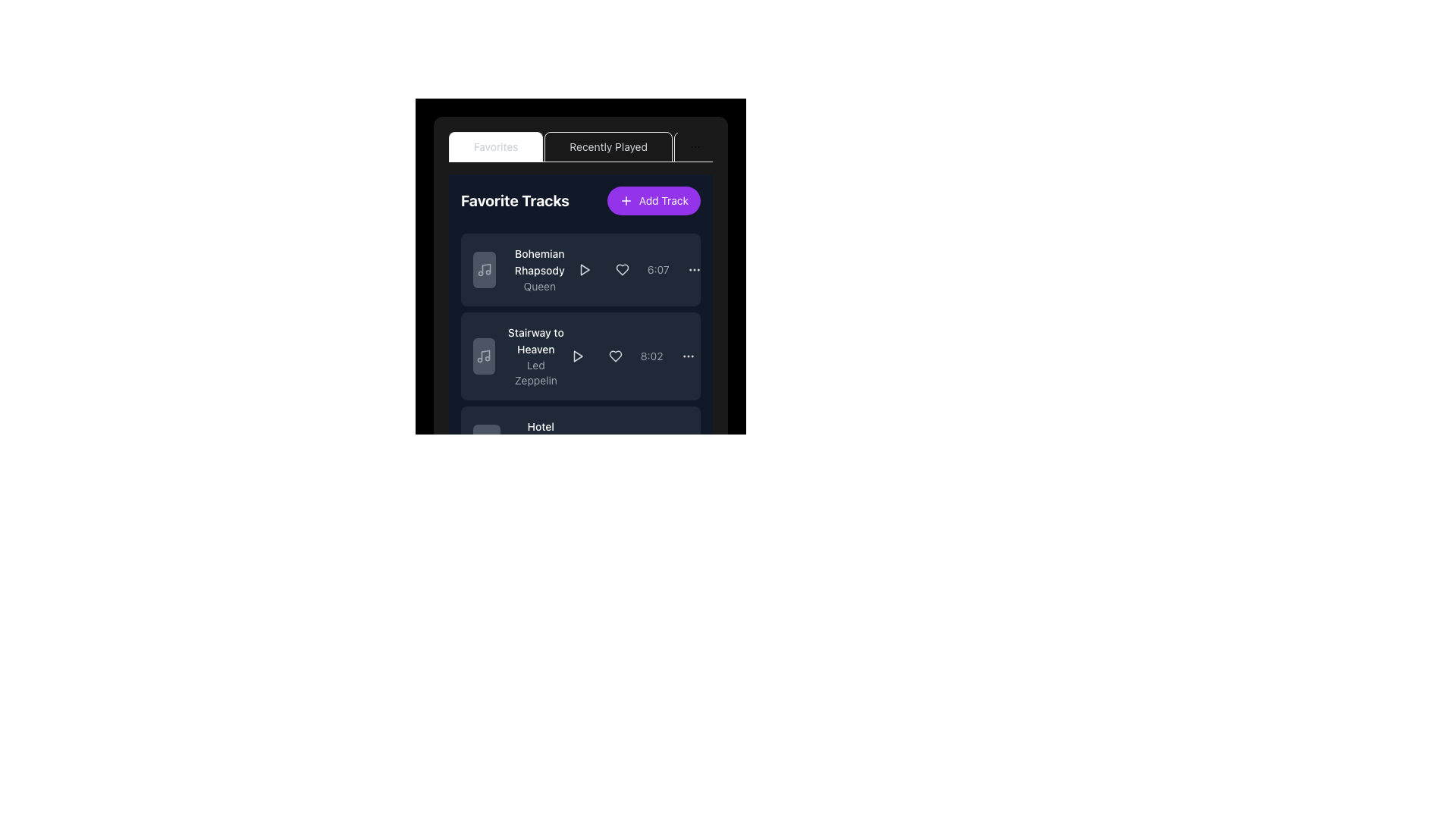  I want to click on the triangular-shaped play button pointing to the right, located in the second row of the 'Favorite Tracks' section to play the song, so click(577, 356).